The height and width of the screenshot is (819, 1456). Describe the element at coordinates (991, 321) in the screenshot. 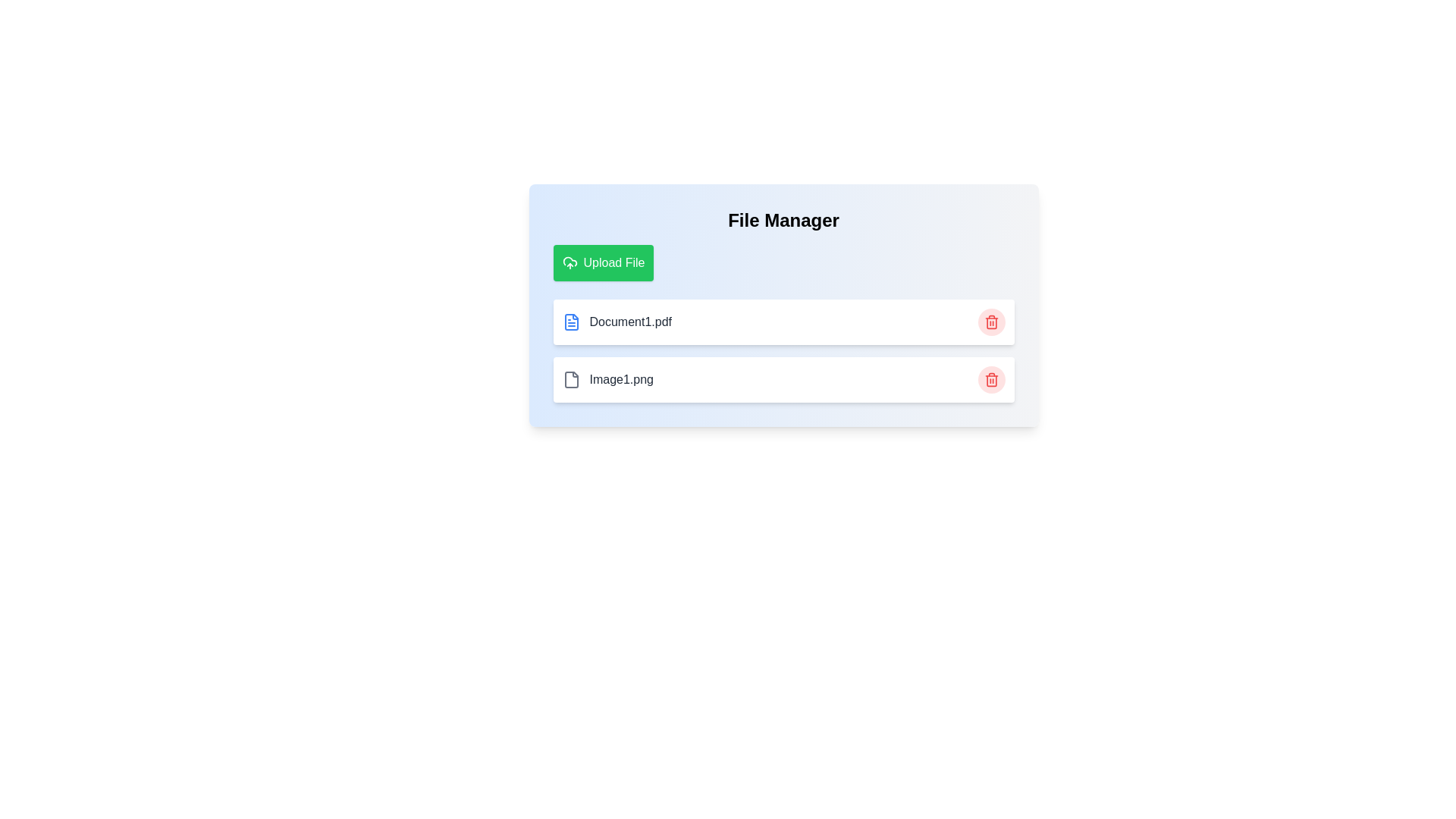

I see `the trash can button with a circular red background located on the right-hand side of the file item labeled 'Document1.pdf'` at that location.